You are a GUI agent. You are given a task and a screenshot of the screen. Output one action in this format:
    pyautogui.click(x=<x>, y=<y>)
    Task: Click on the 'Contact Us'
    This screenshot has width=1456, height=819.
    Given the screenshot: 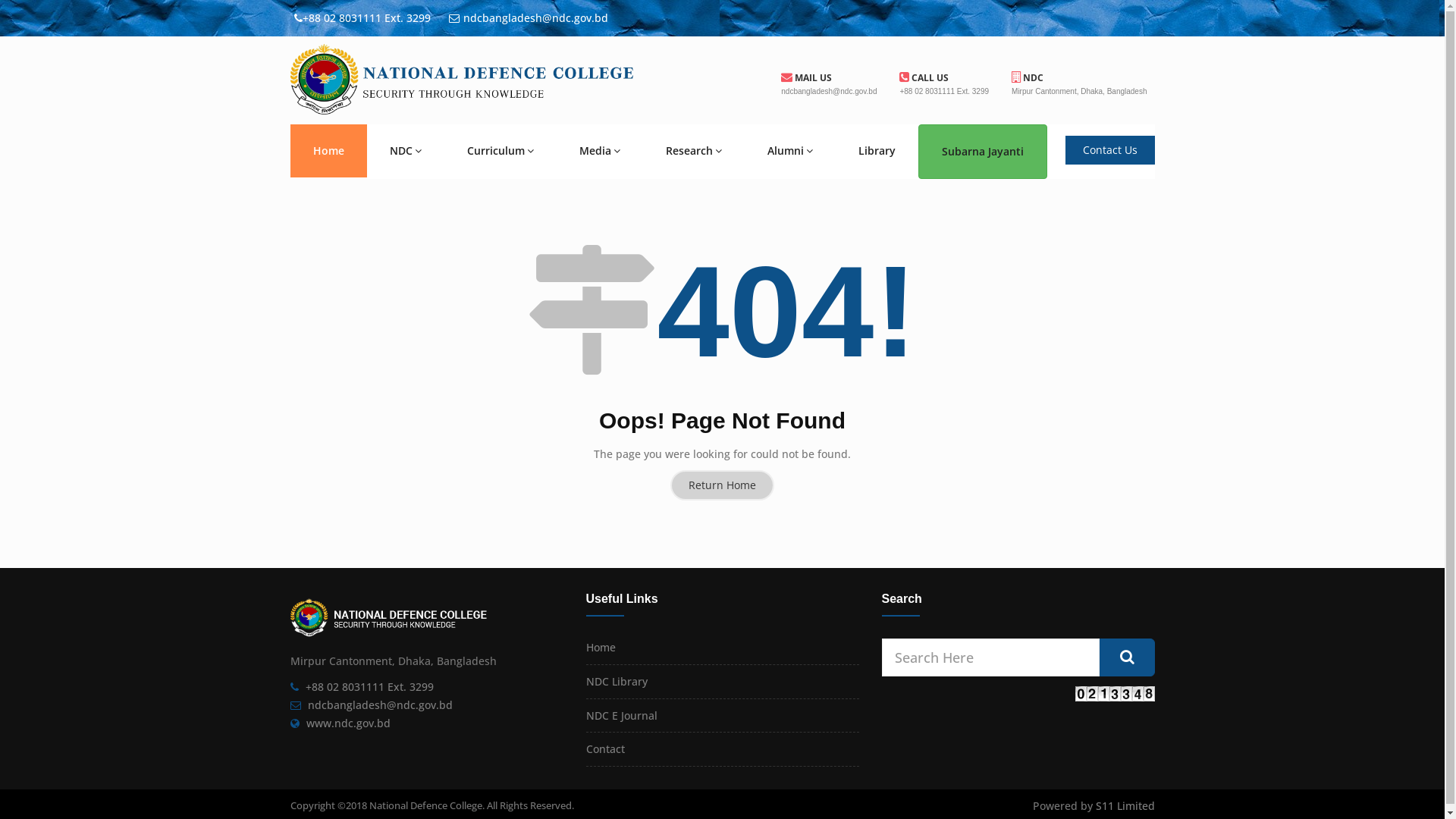 What is the action you would take?
    pyautogui.click(x=1109, y=149)
    